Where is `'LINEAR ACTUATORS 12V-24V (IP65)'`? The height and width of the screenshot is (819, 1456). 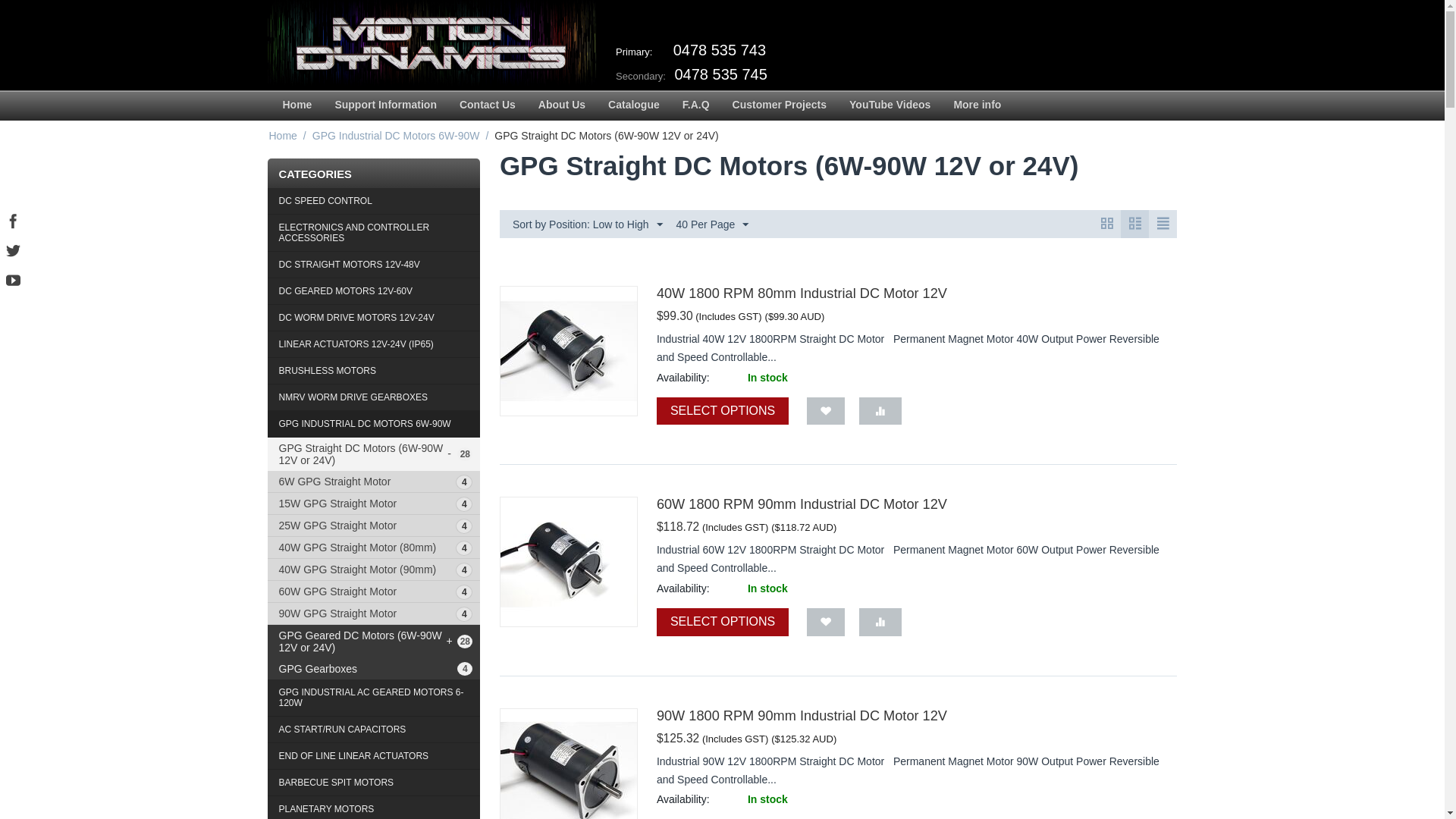
'LINEAR ACTUATORS 12V-24V (IP65)' is located at coordinates (373, 344).